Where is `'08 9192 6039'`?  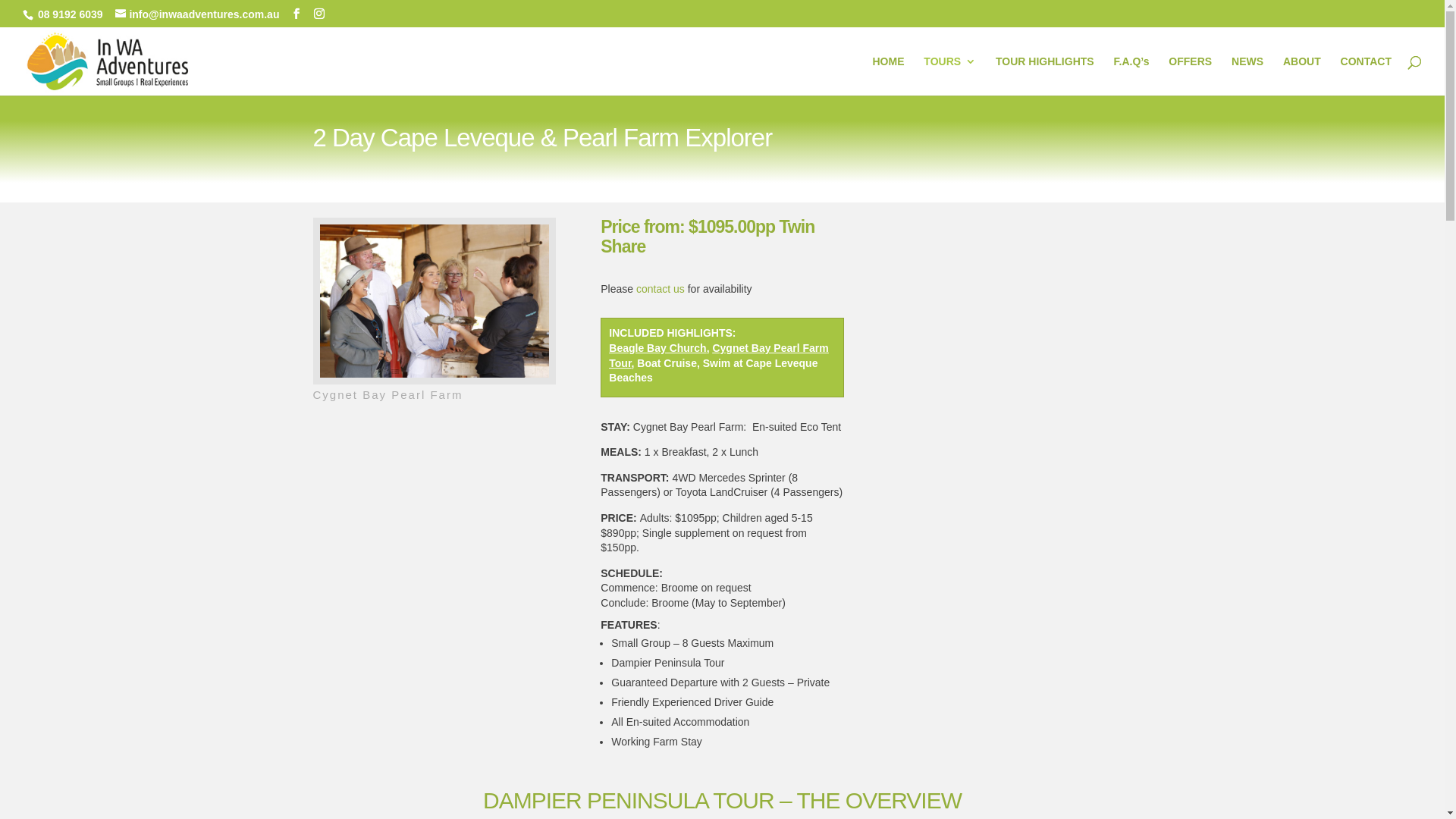 '08 9192 6039' is located at coordinates (68, 14).